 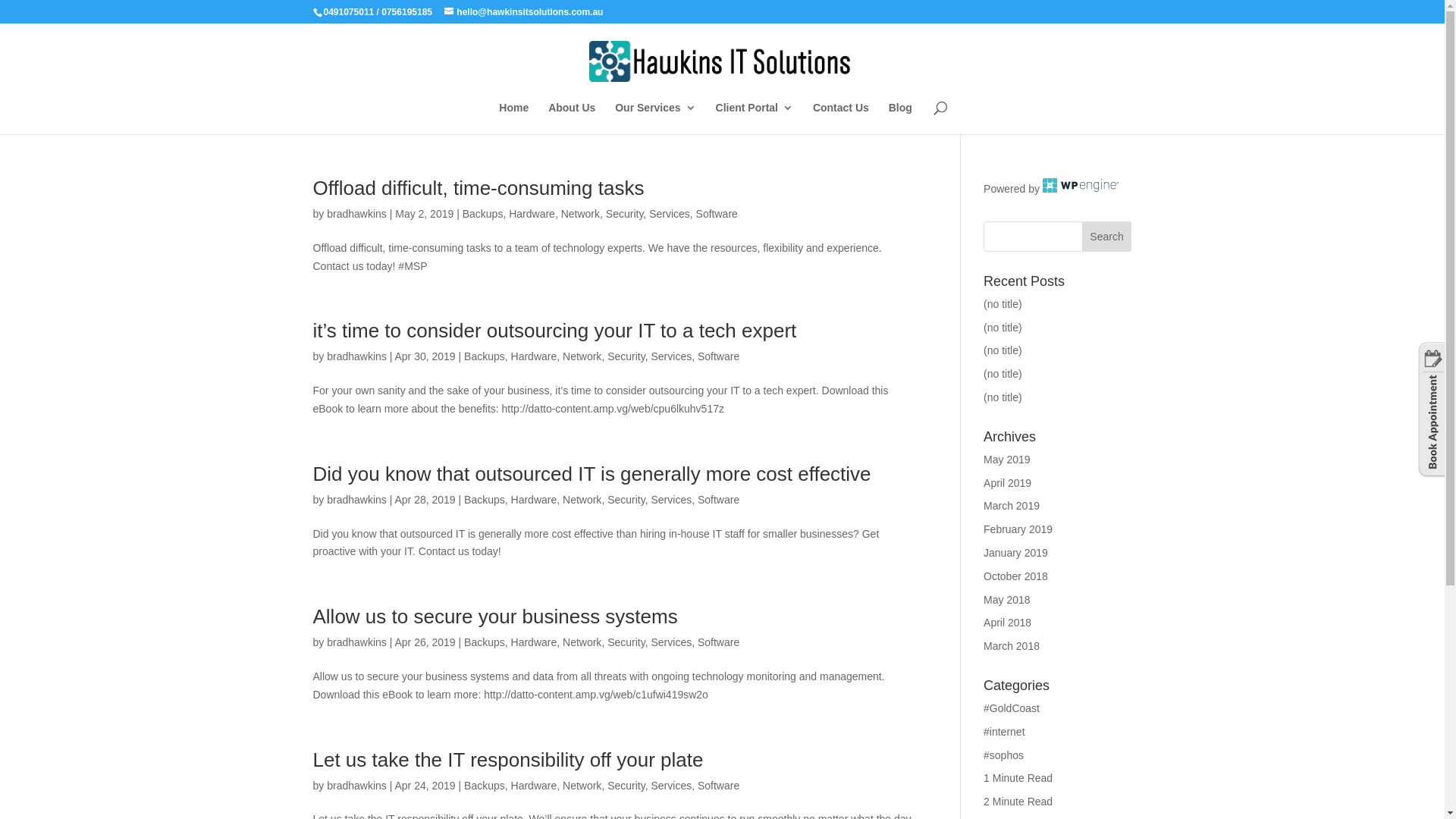 I want to click on 'Contact Us', so click(x=811, y=117).